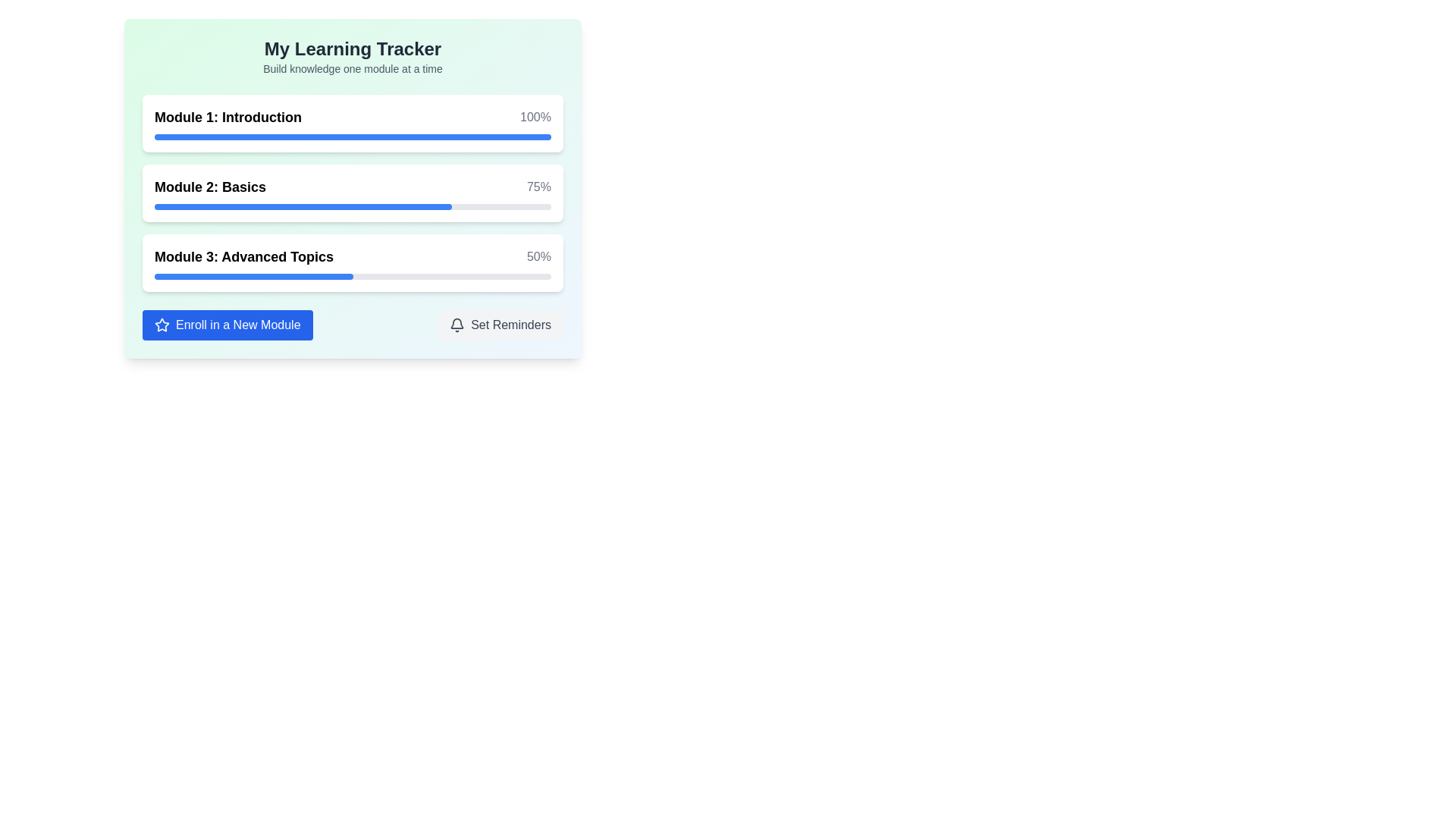 This screenshot has height=819, width=1456. What do you see at coordinates (538, 186) in the screenshot?
I see `the Text Label displaying the progress percentage for 'Module 2: Basics', located on the right side of the corresponding progress bar in the second row of modules` at bounding box center [538, 186].